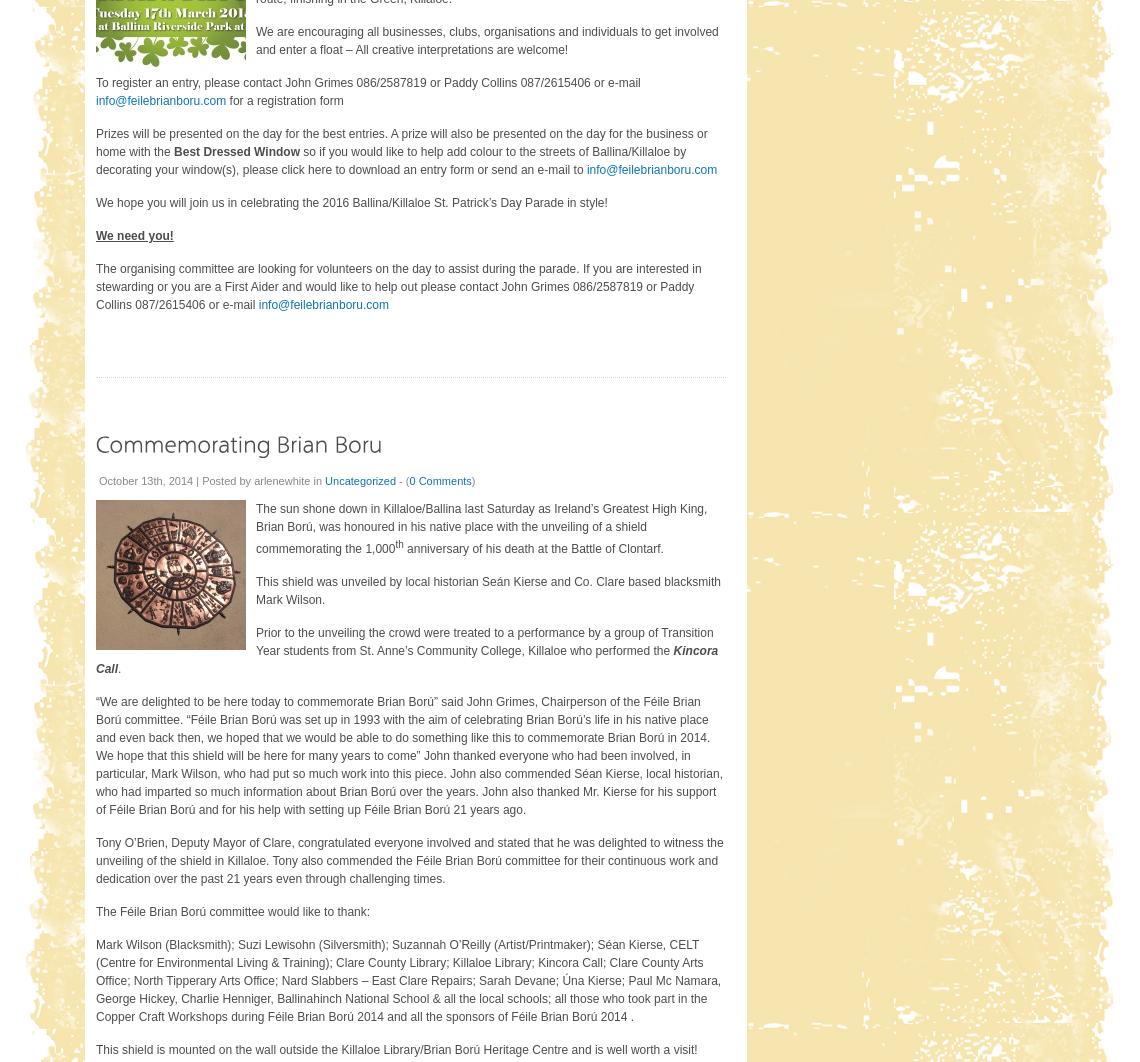  Describe the element at coordinates (366, 81) in the screenshot. I see `'To register an entry, please contact John Grimes 086/2587819 or Paddy Collins 087/2615406 or e-mail'` at that location.